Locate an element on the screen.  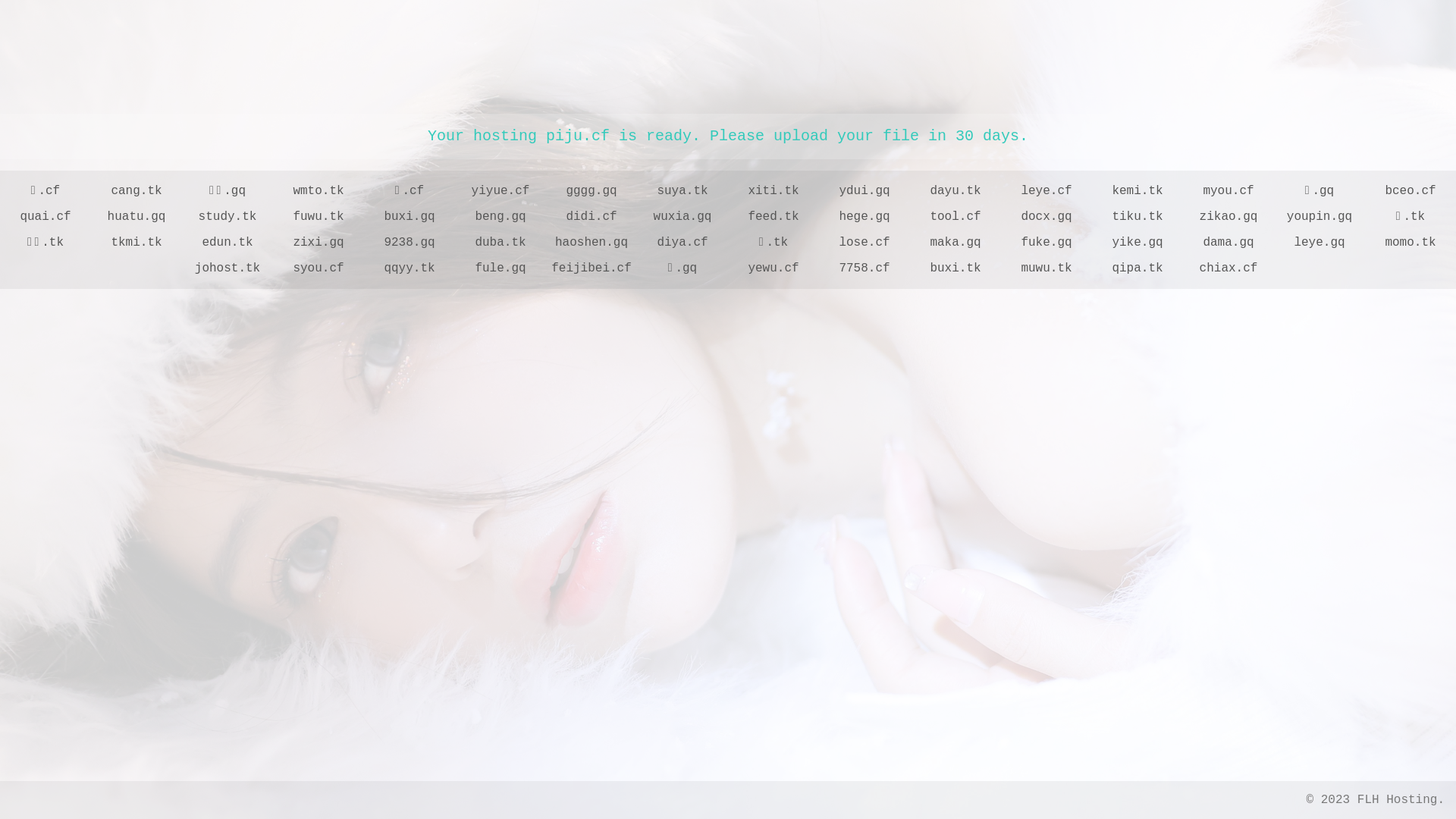
'9238.gq' is located at coordinates (409, 242).